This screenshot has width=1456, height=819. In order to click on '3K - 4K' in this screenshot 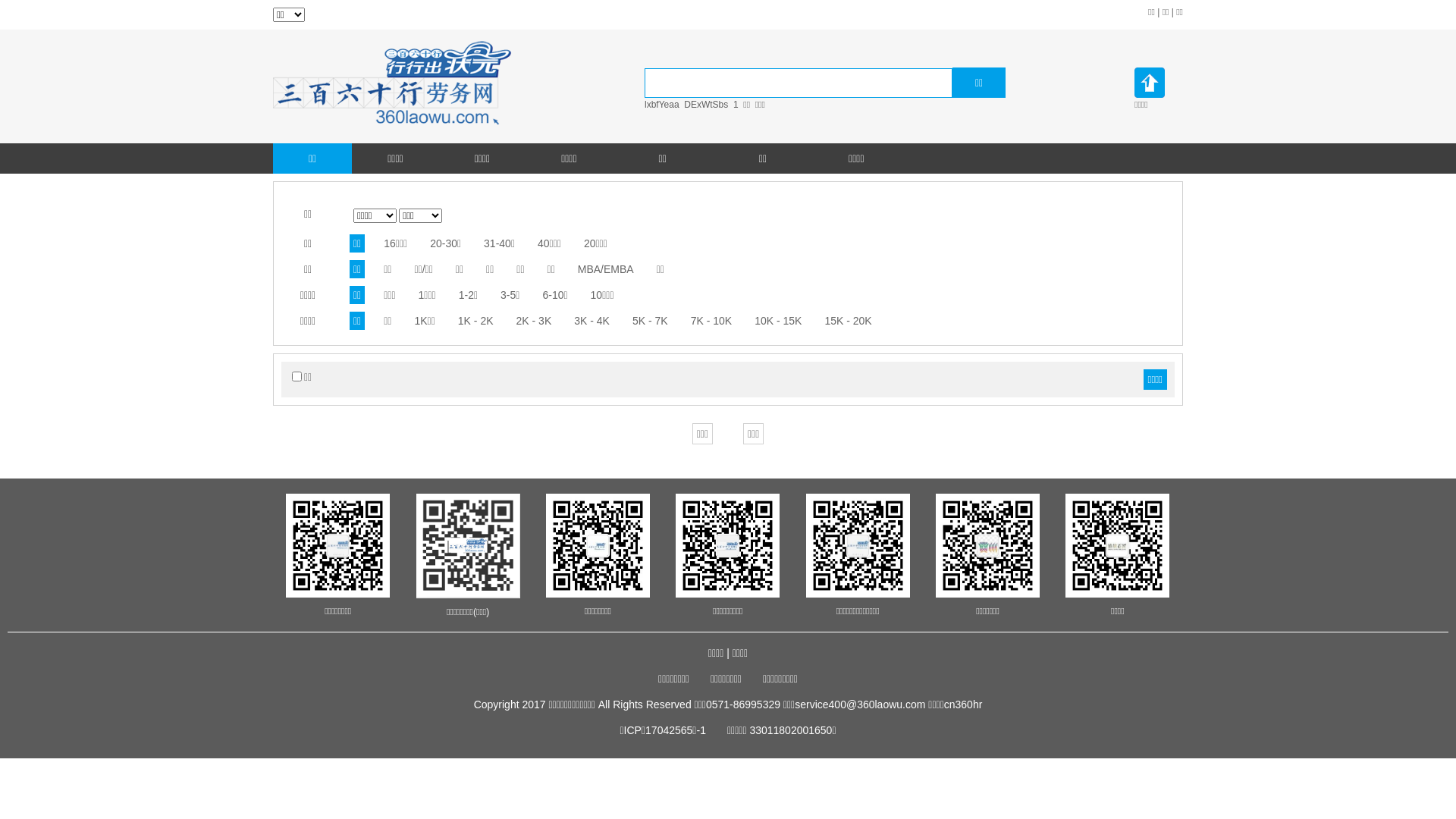, I will do `click(573, 320)`.